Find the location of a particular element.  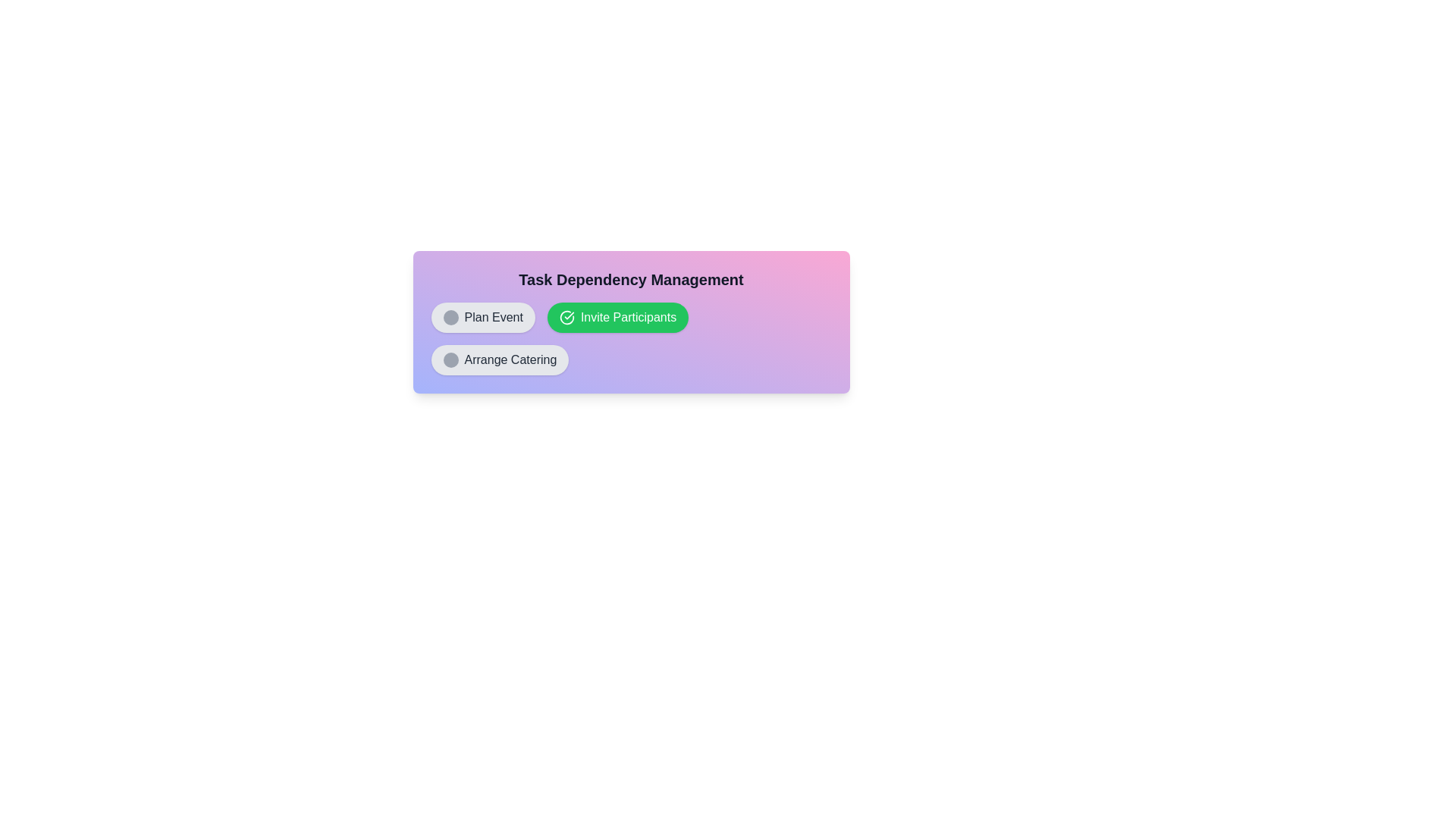

the task item Invite Participants to observe its hover effect is located at coordinates (618, 317).